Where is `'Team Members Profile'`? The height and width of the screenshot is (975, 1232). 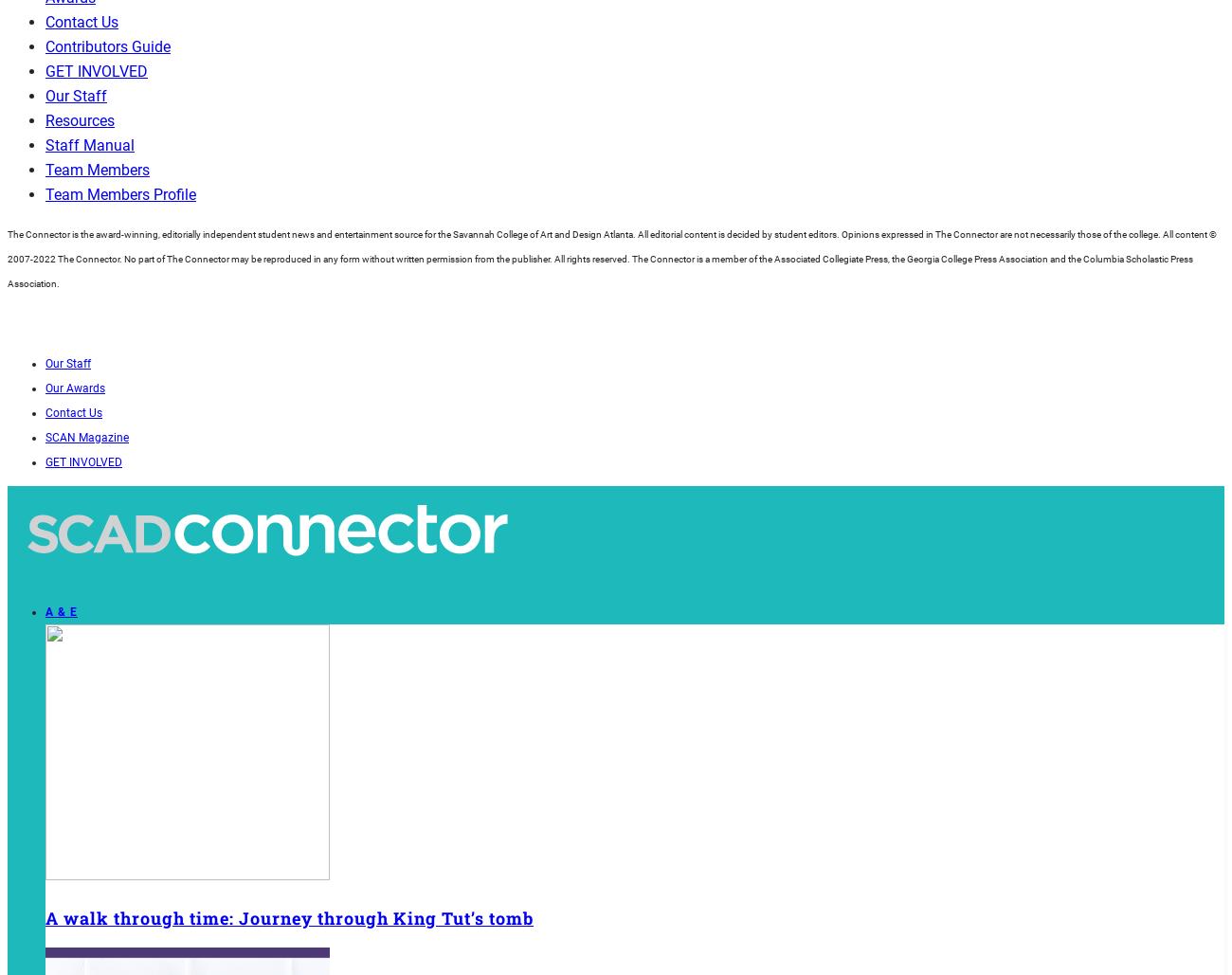 'Team Members Profile' is located at coordinates (119, 194).